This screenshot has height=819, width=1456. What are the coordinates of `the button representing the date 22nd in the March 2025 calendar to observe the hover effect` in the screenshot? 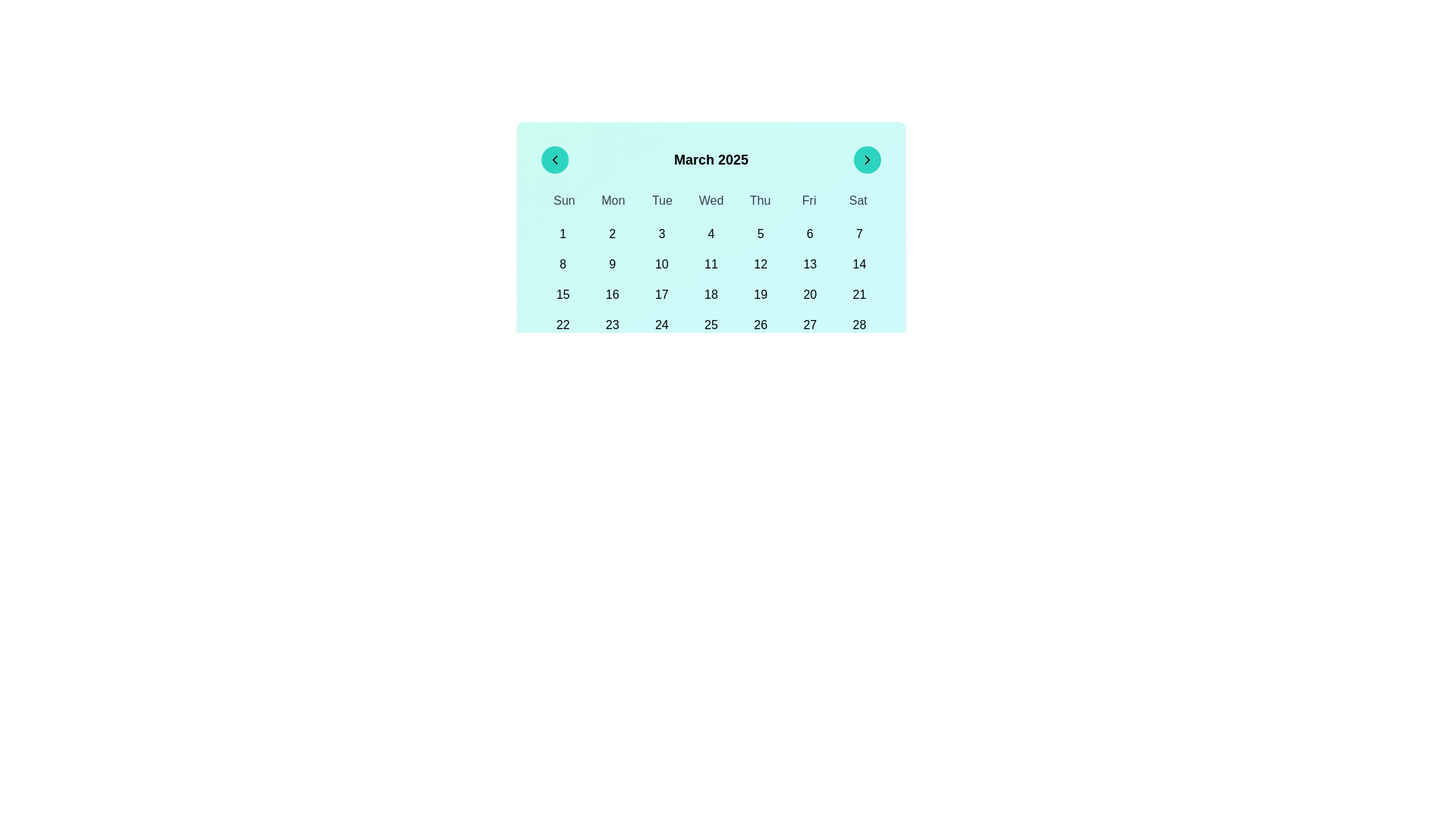 It's located at (562, 324).